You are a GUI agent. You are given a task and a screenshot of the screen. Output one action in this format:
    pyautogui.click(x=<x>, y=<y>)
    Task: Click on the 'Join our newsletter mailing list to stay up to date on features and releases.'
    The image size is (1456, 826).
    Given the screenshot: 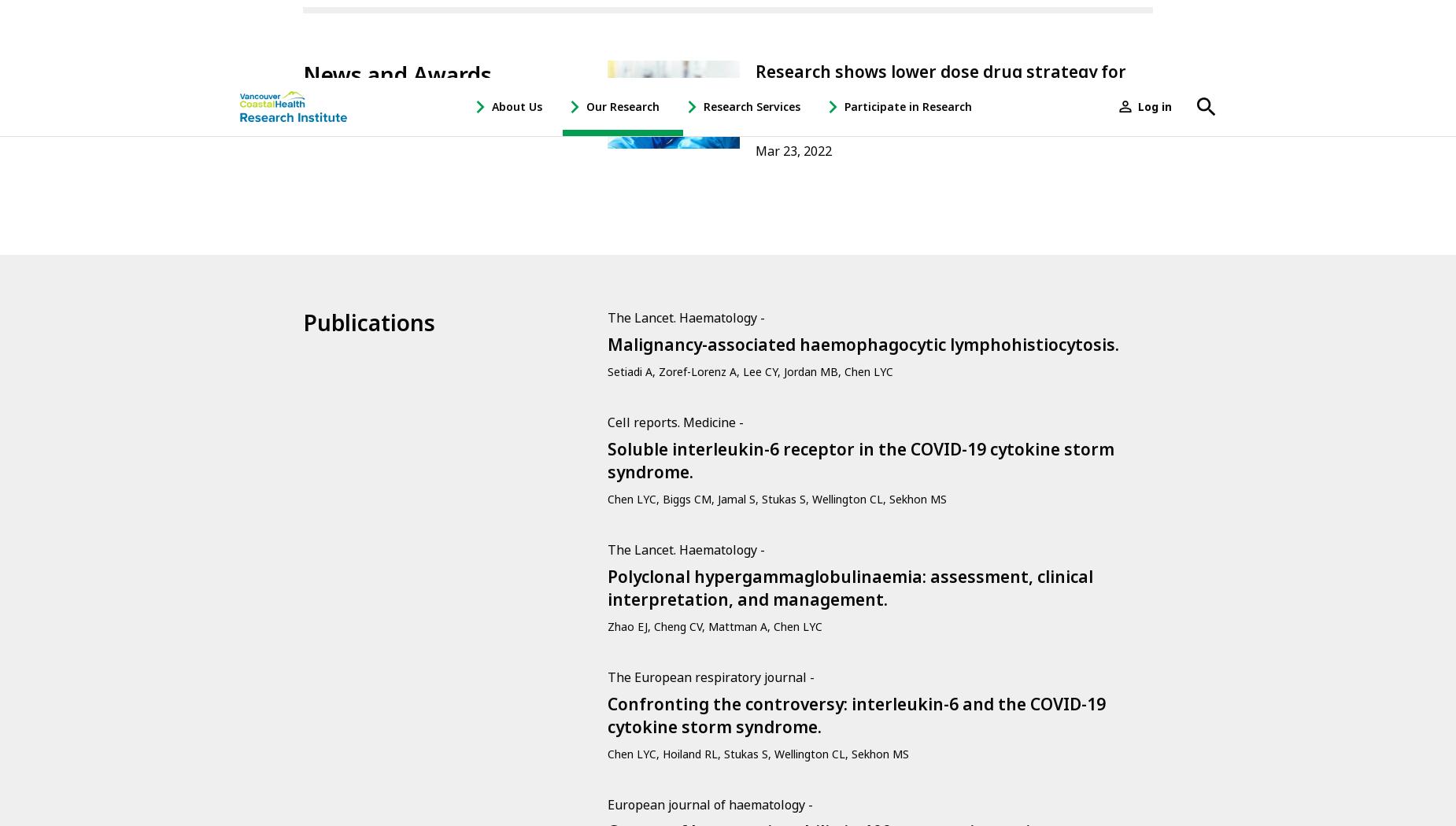 What is the action you would take?
    pyautogui.click(x=437, y=470)
    